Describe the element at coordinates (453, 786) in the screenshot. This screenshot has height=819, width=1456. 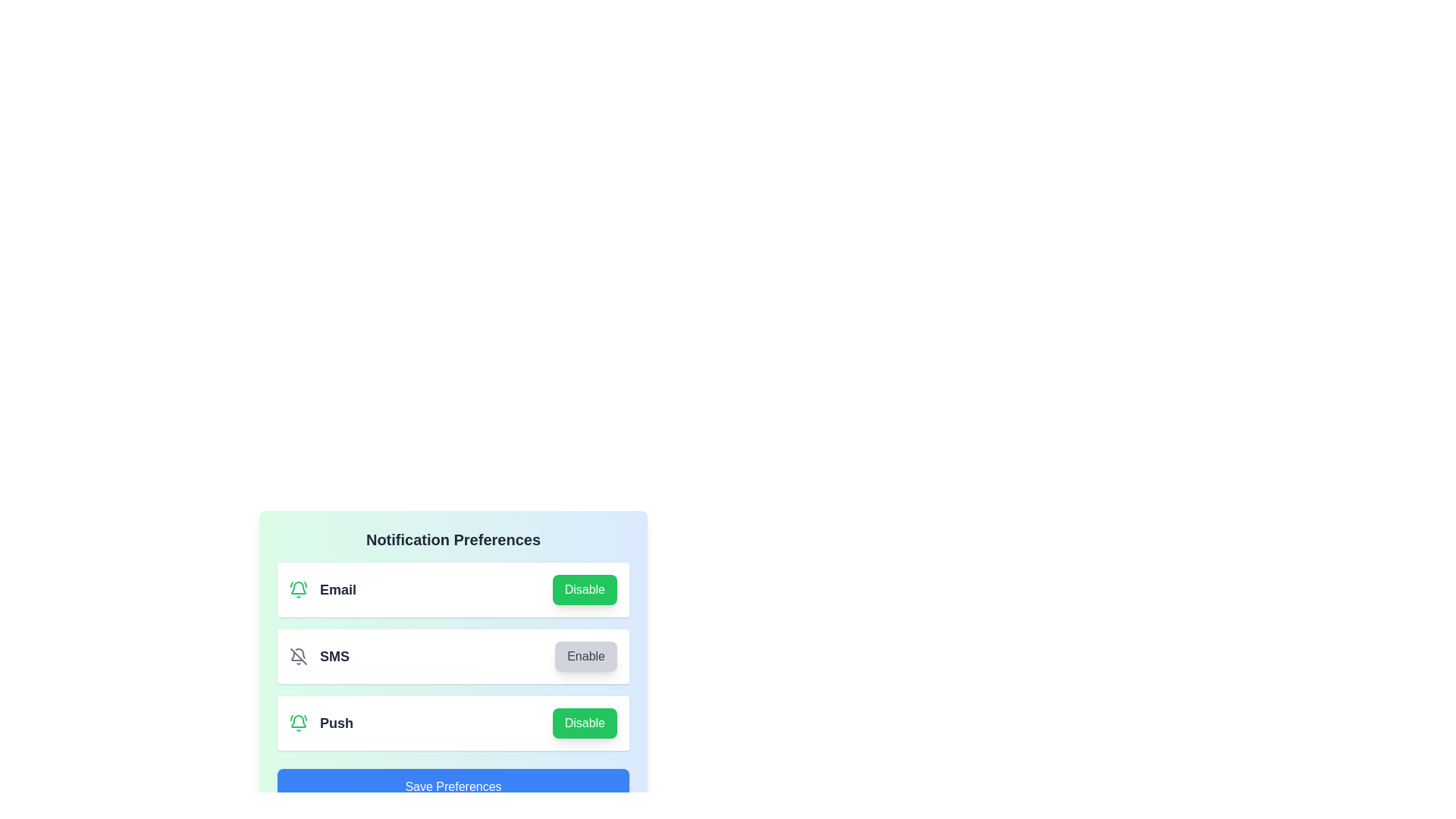
I see `the 'Save Preferences' button to save the current notification settings` at that location.